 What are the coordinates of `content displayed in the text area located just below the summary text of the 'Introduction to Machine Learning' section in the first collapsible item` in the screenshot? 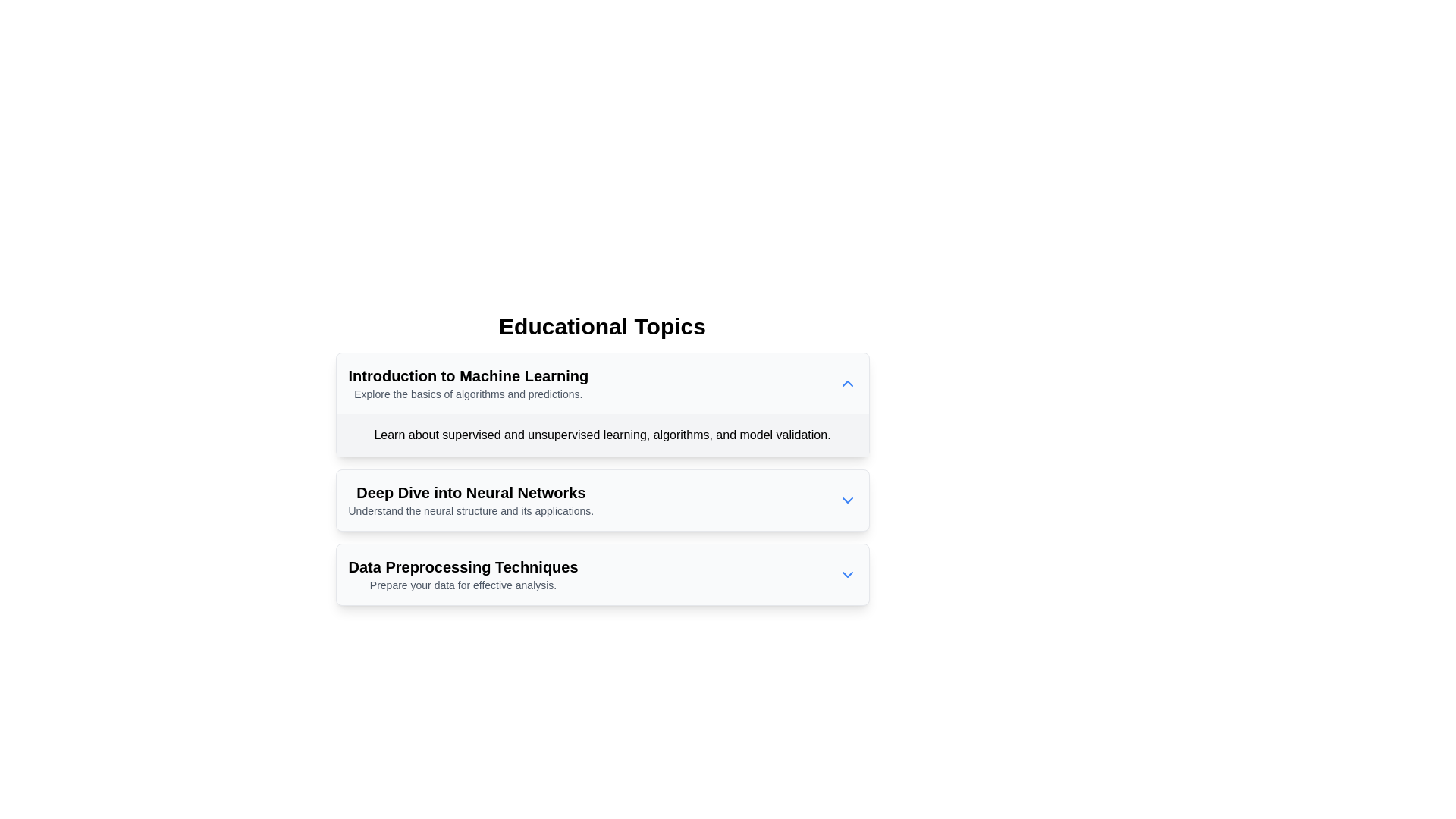 It's located at (601, 435).